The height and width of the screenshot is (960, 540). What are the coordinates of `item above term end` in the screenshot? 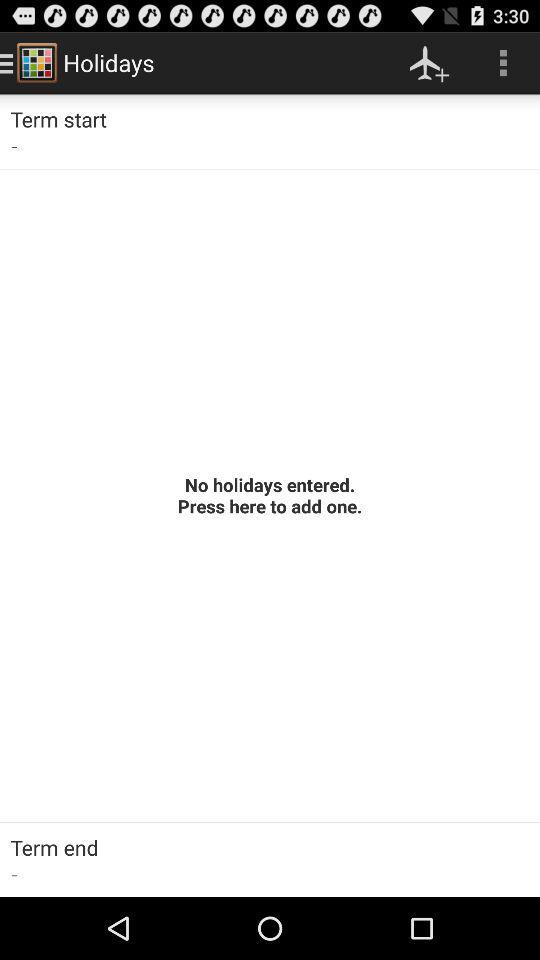 It's located at (270, 494).